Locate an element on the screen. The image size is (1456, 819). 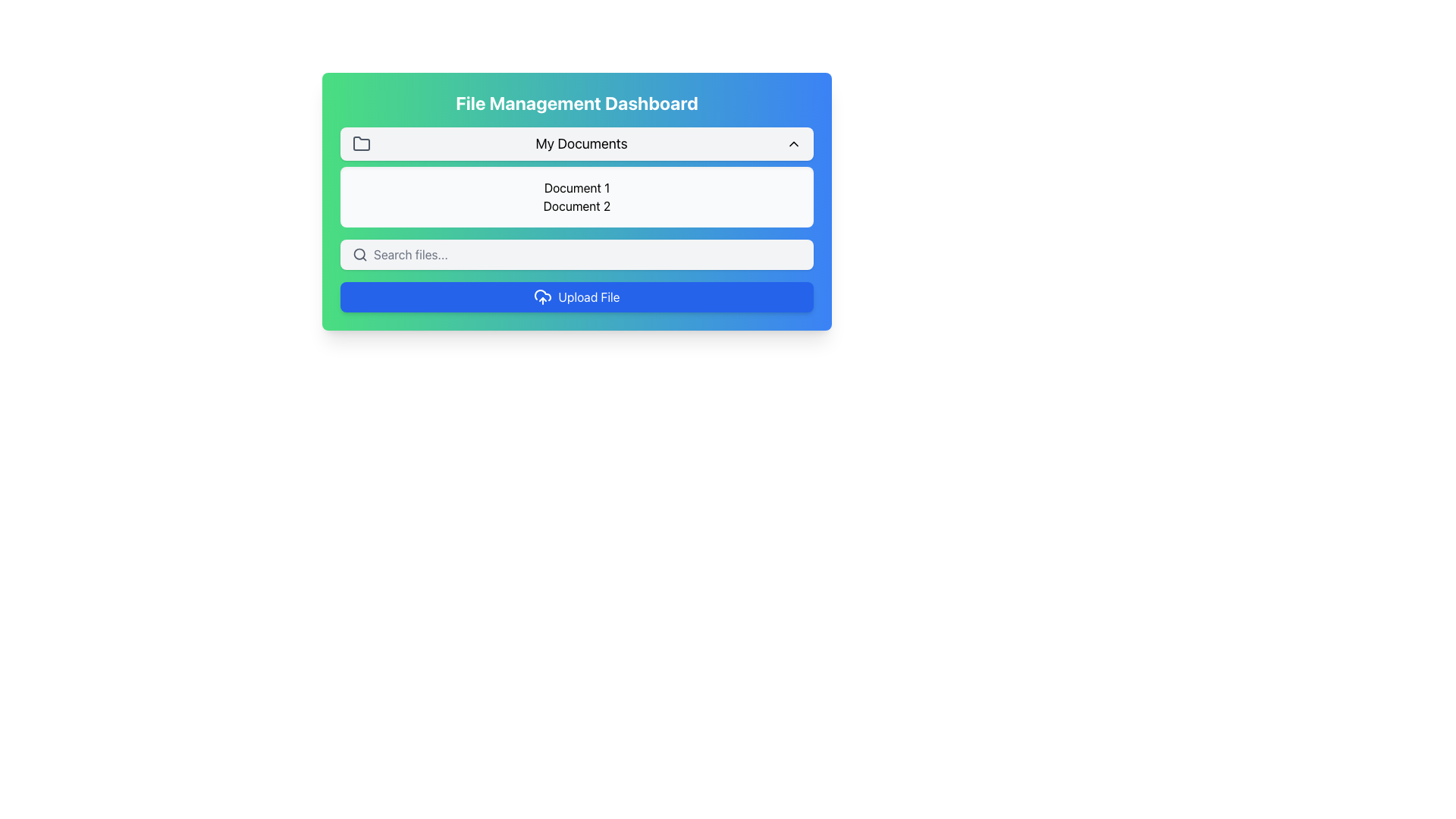
the 'My Documents' dropdown button is located at coordinates (576, 143).